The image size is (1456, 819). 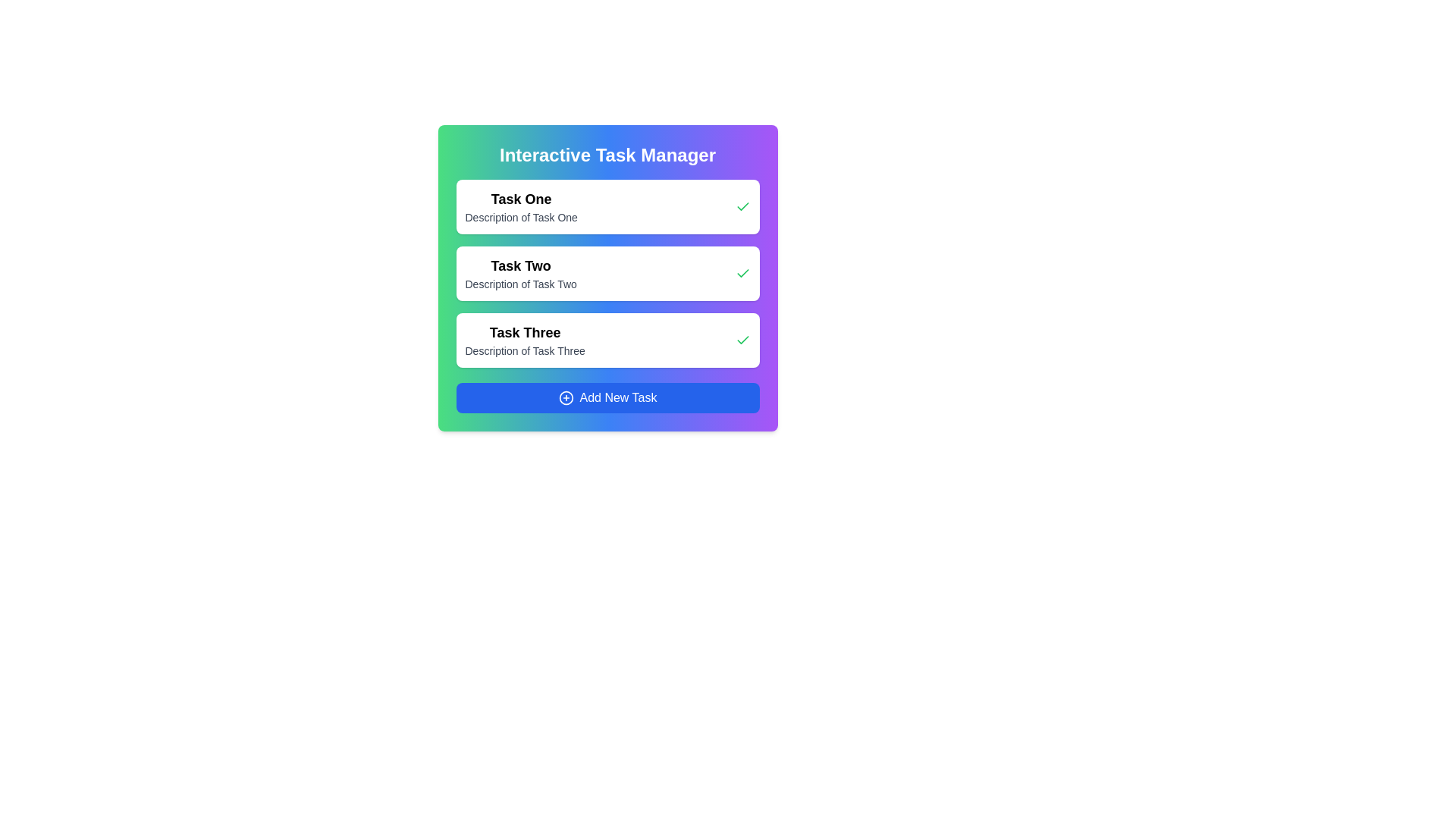 I want to click on the circular graphic element located within the icon to the left of the 'Add New Task' button, so click(x=565, y=397).